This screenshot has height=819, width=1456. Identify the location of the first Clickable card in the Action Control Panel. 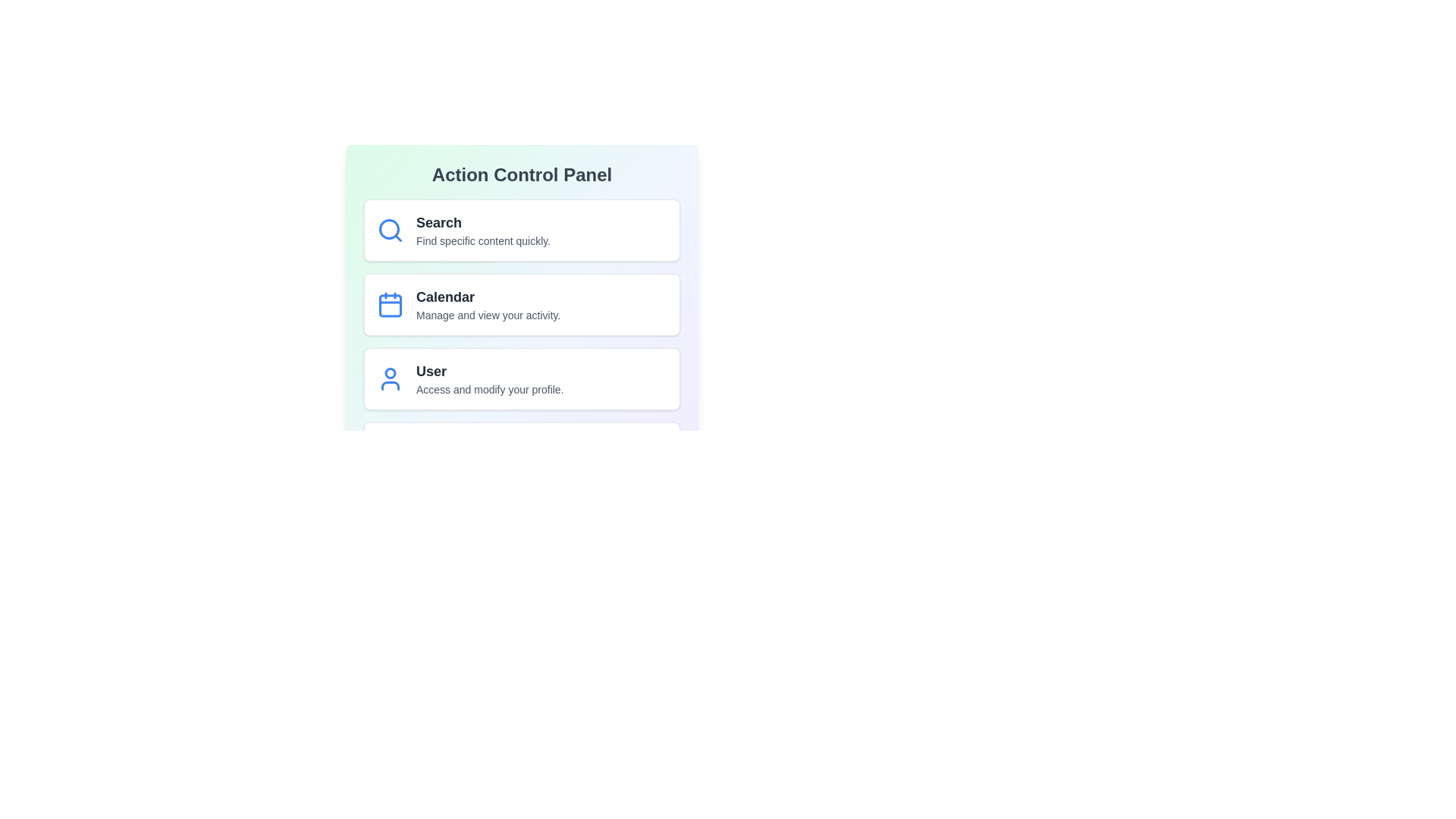
(522, 231).